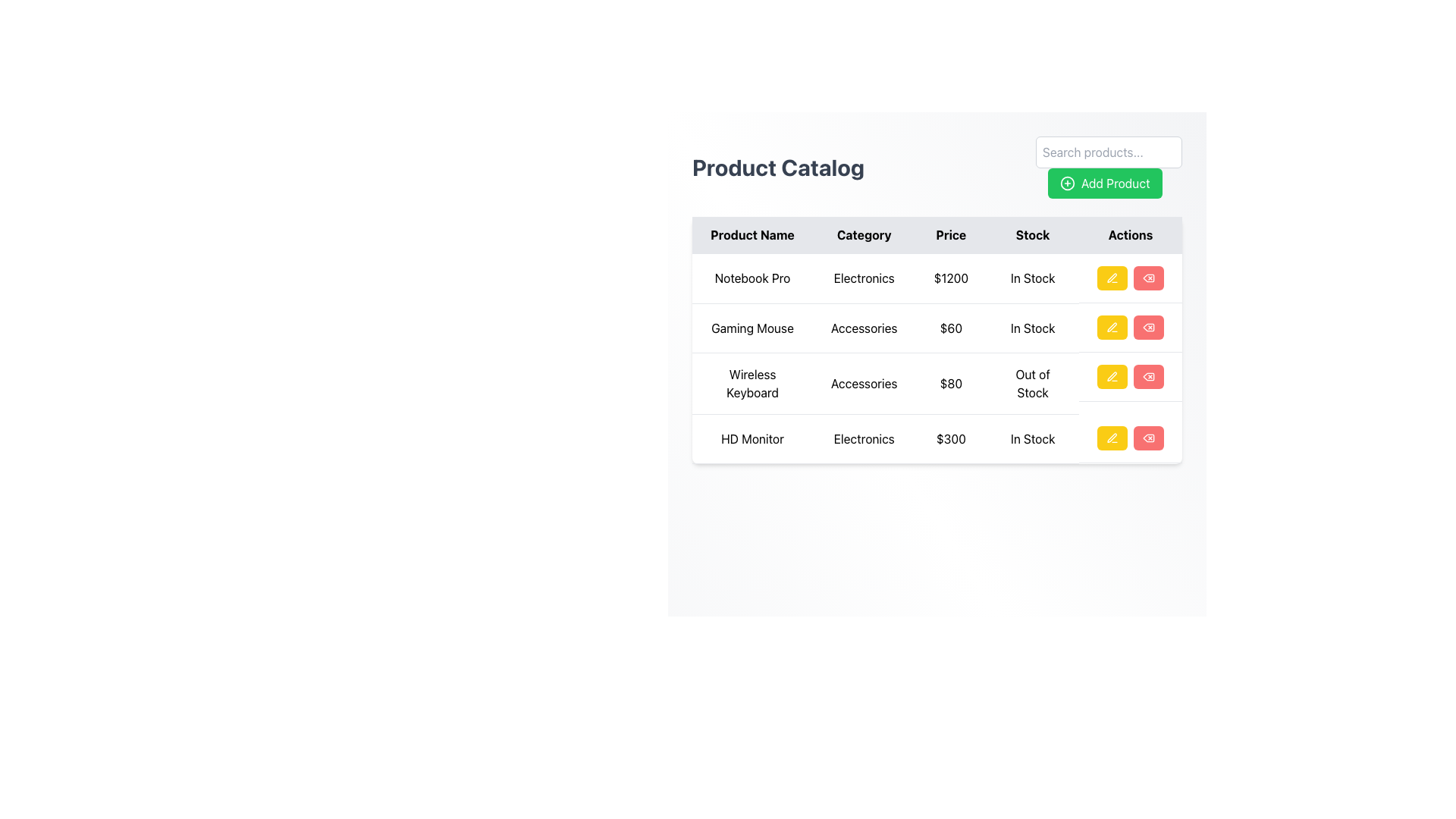  What do you see at coordinates (937, 327) in the screenshot?
I see `the table row displaying the product 'Gaming Mouse' which contains details like 'Accessories', '$60', and 'In Stock'. This row is the second in the table layout` at bounding box center [937, 327].